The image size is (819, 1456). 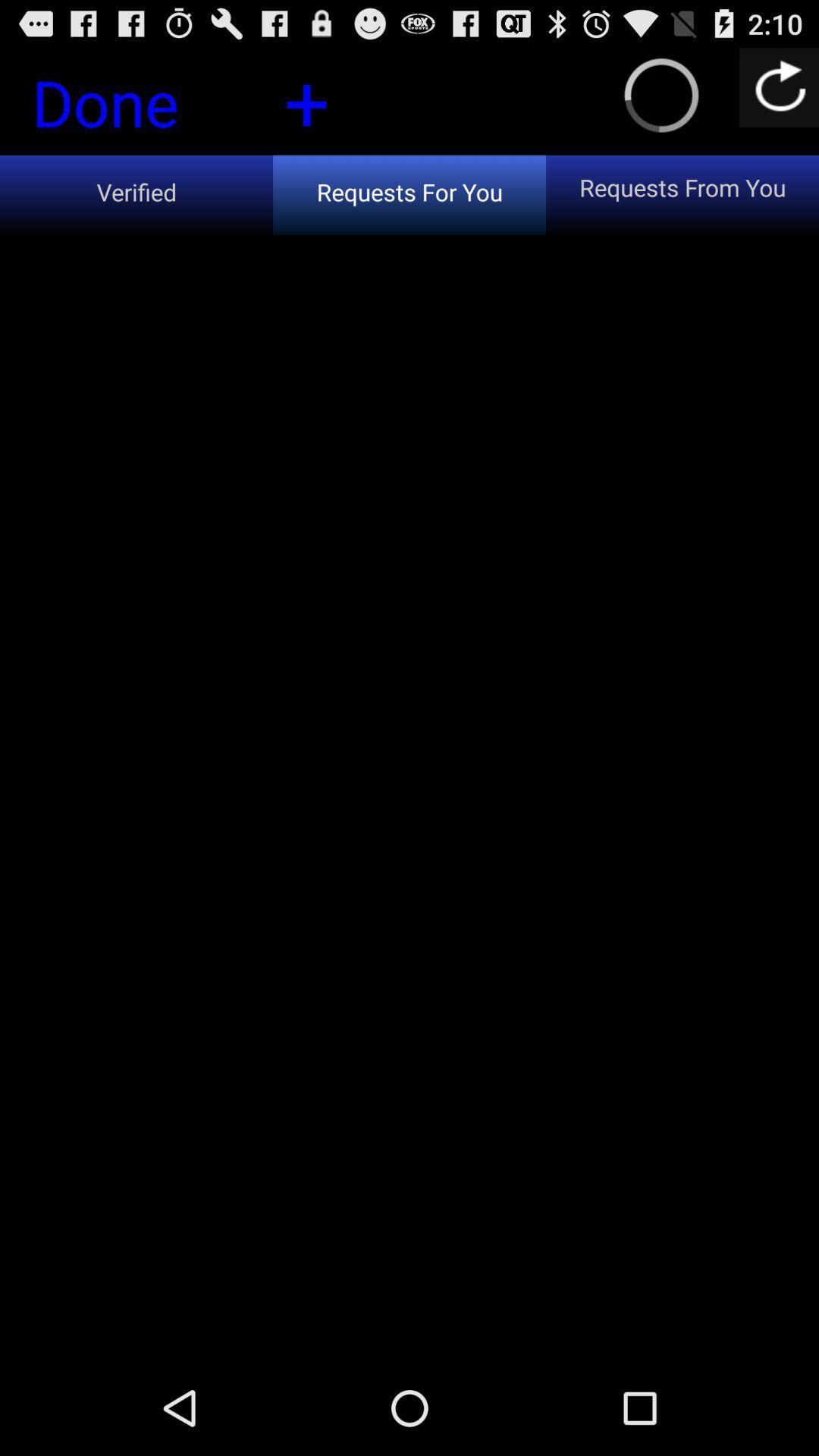 I want to click on the button next to +, so click(x=130, y=106).